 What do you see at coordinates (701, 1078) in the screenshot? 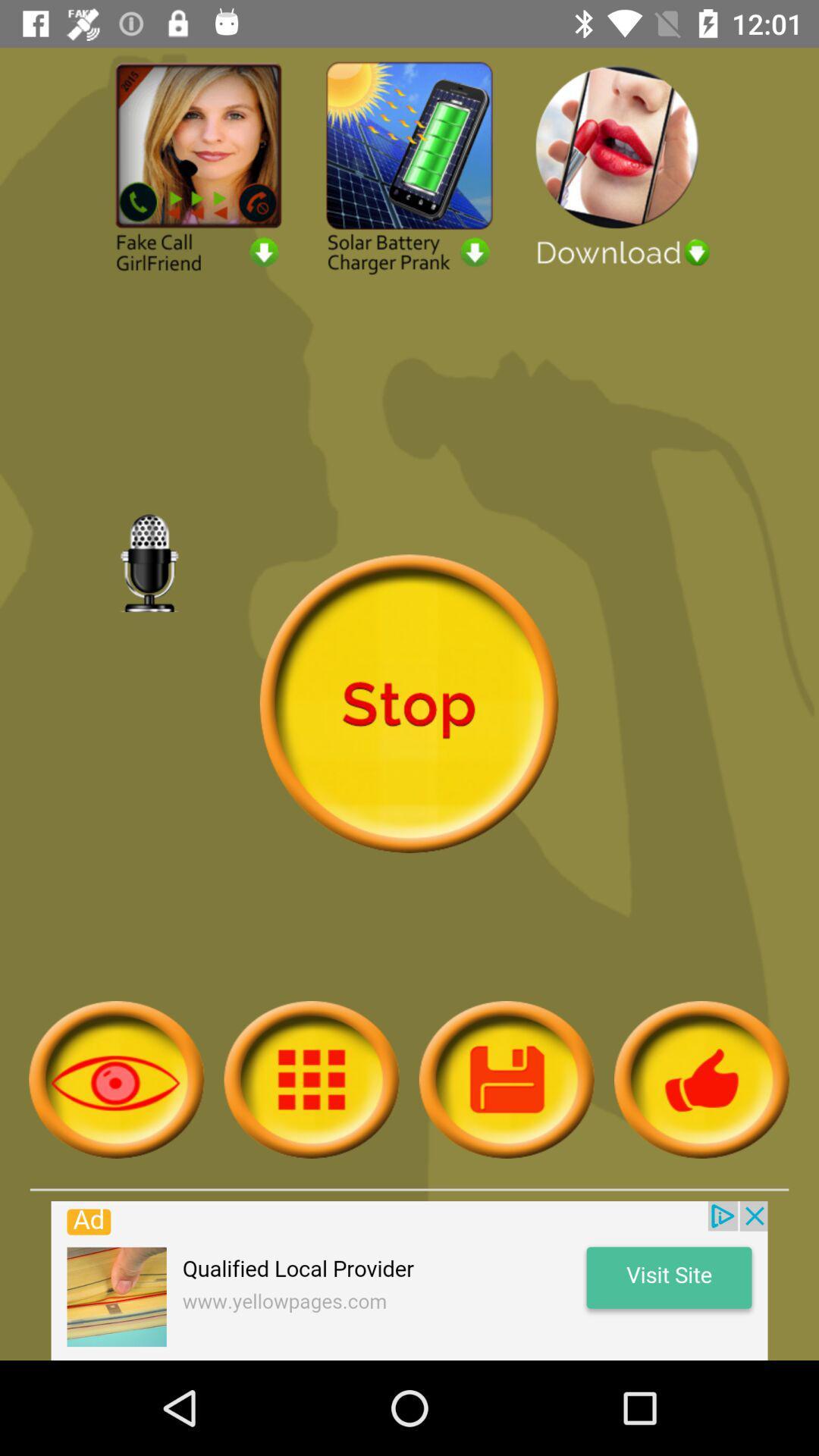
I see `like option` at bounding box center [701, 1078].